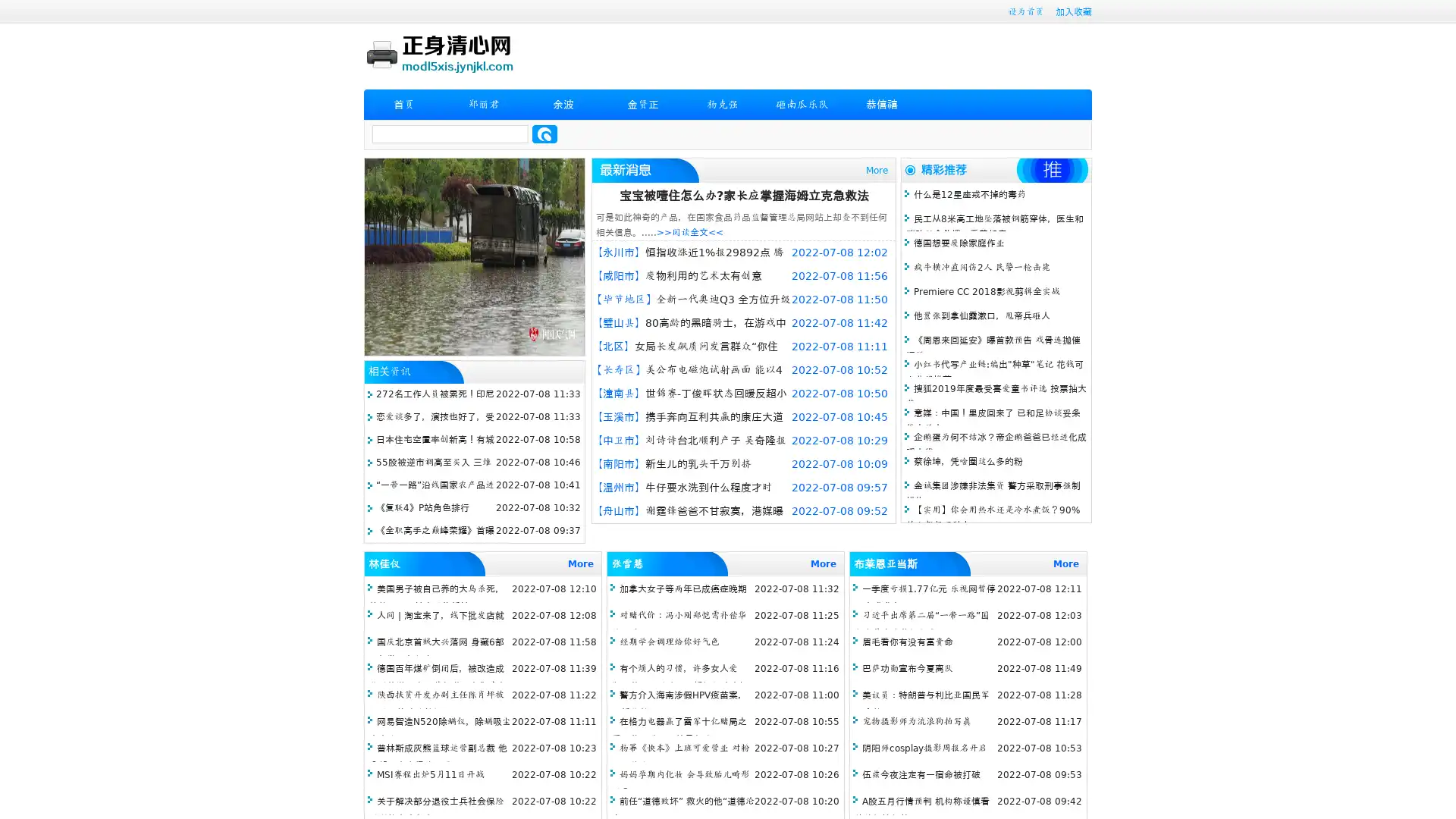 This screenshot has height=819, width=1456. What do you see at coordinates (544, 133) in the screenshot?
I see `Search` at bounding box center [544, 133].